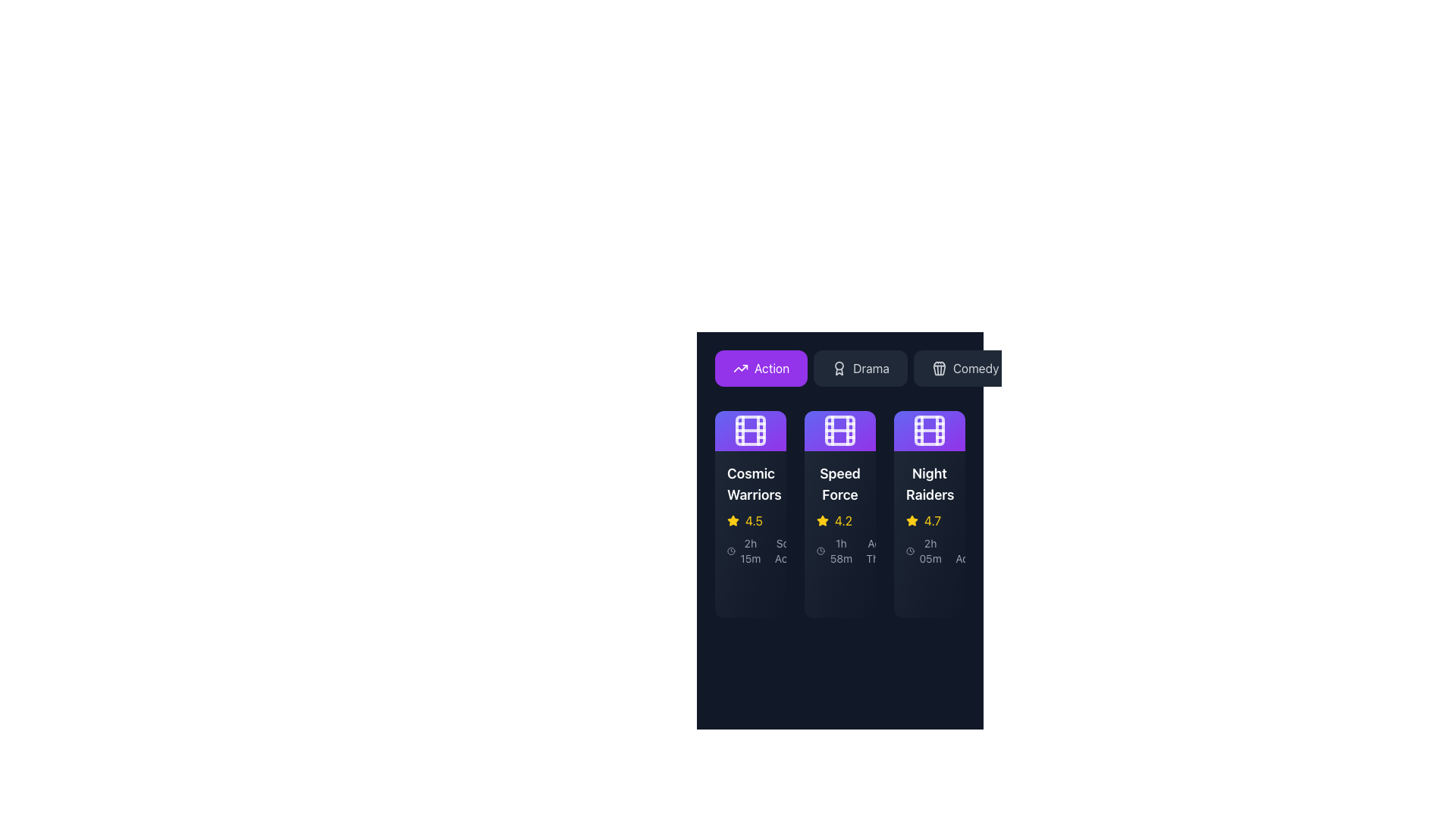 Image resolution: width=1456 pixels, height=819 pixels. What do you see at coordinates (924, 551) in the screenshot?
I see `the duration information displayed for the movie 'Night Raiders', located below the rating stars and aligned with the clock icon` at bounding box center [924, 551].